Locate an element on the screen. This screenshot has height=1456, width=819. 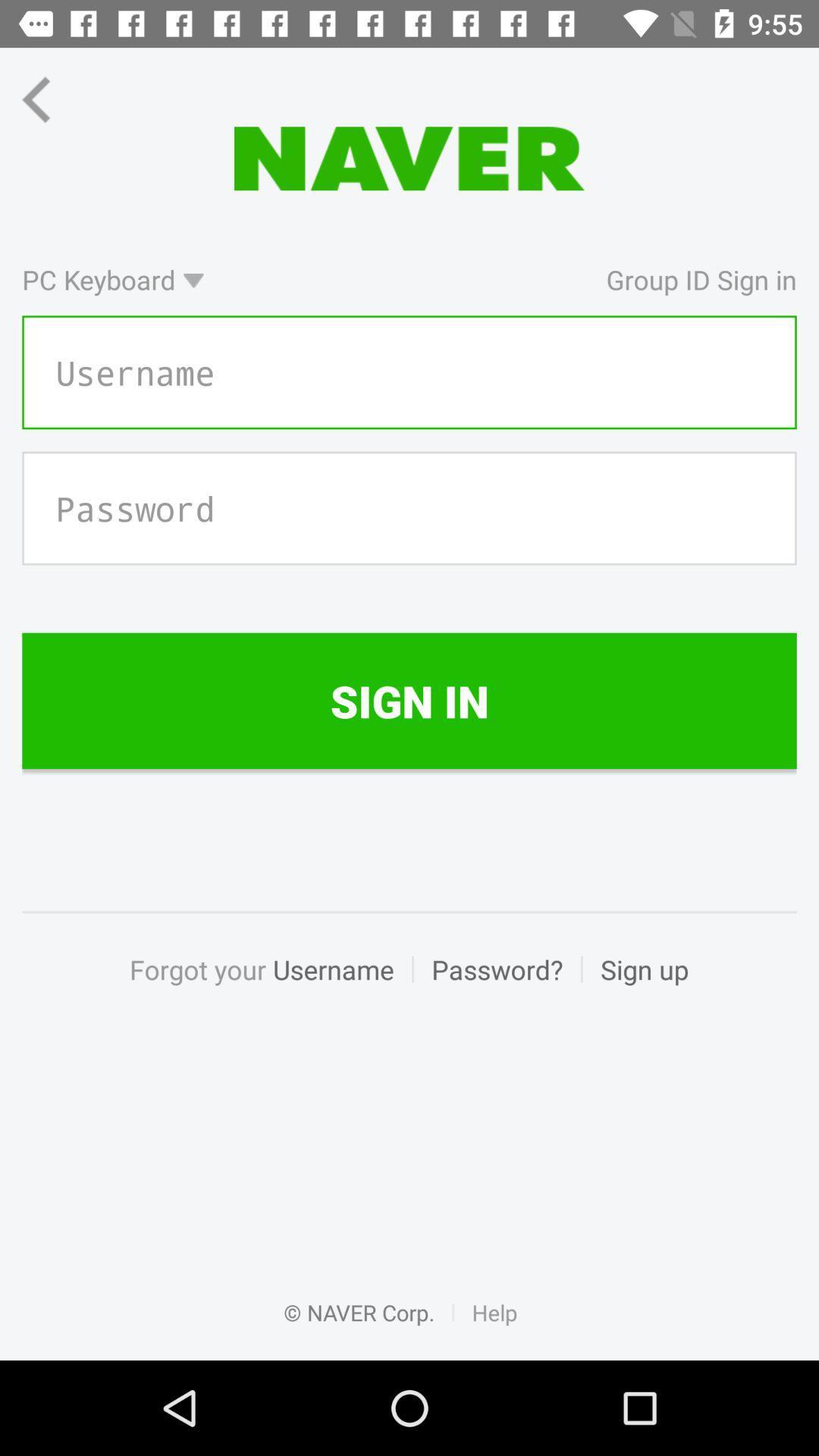
sign up is located at coordinates (635, 986).